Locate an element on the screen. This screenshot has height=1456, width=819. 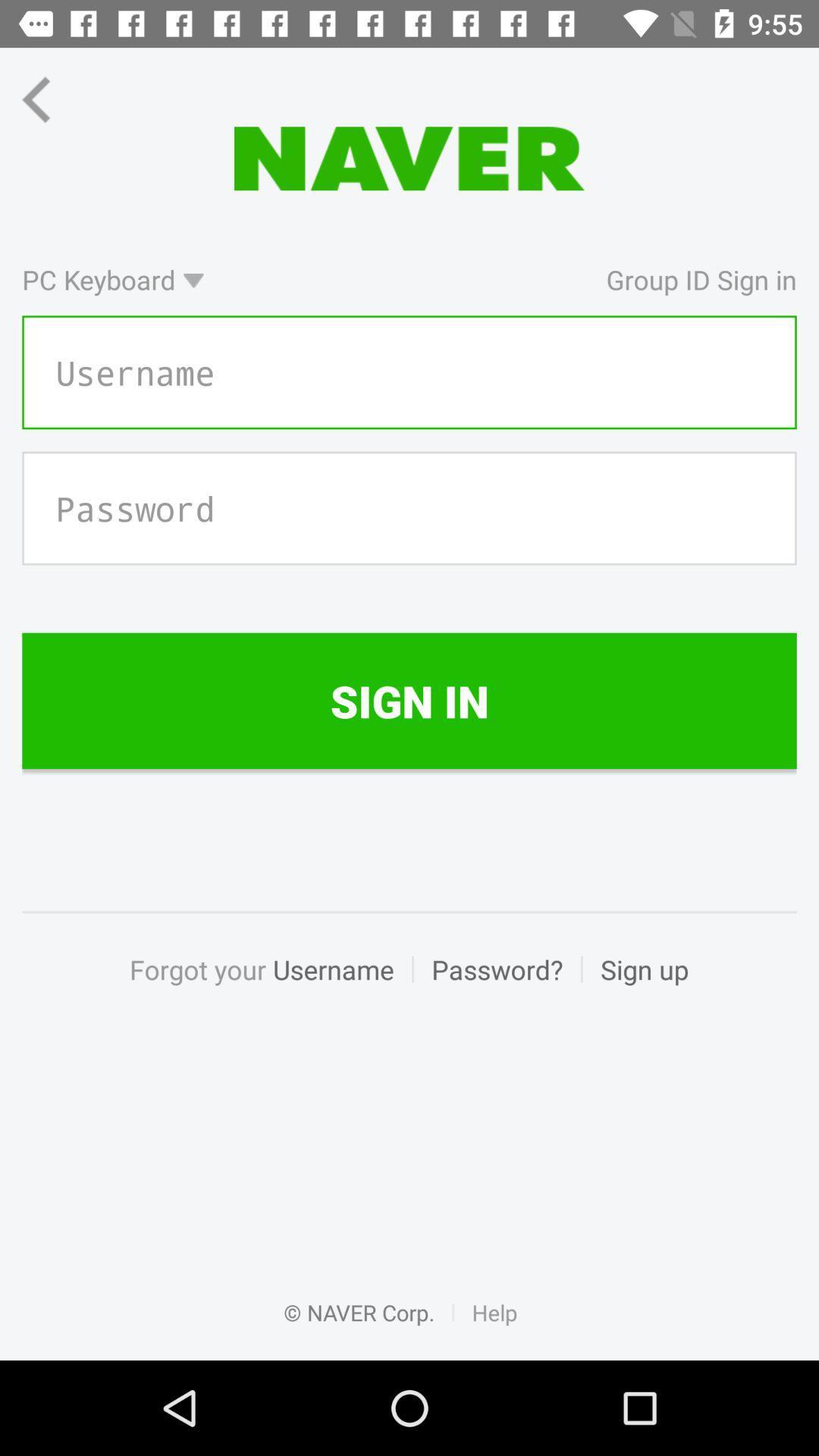
sign up is located at coordinates (635, 986).